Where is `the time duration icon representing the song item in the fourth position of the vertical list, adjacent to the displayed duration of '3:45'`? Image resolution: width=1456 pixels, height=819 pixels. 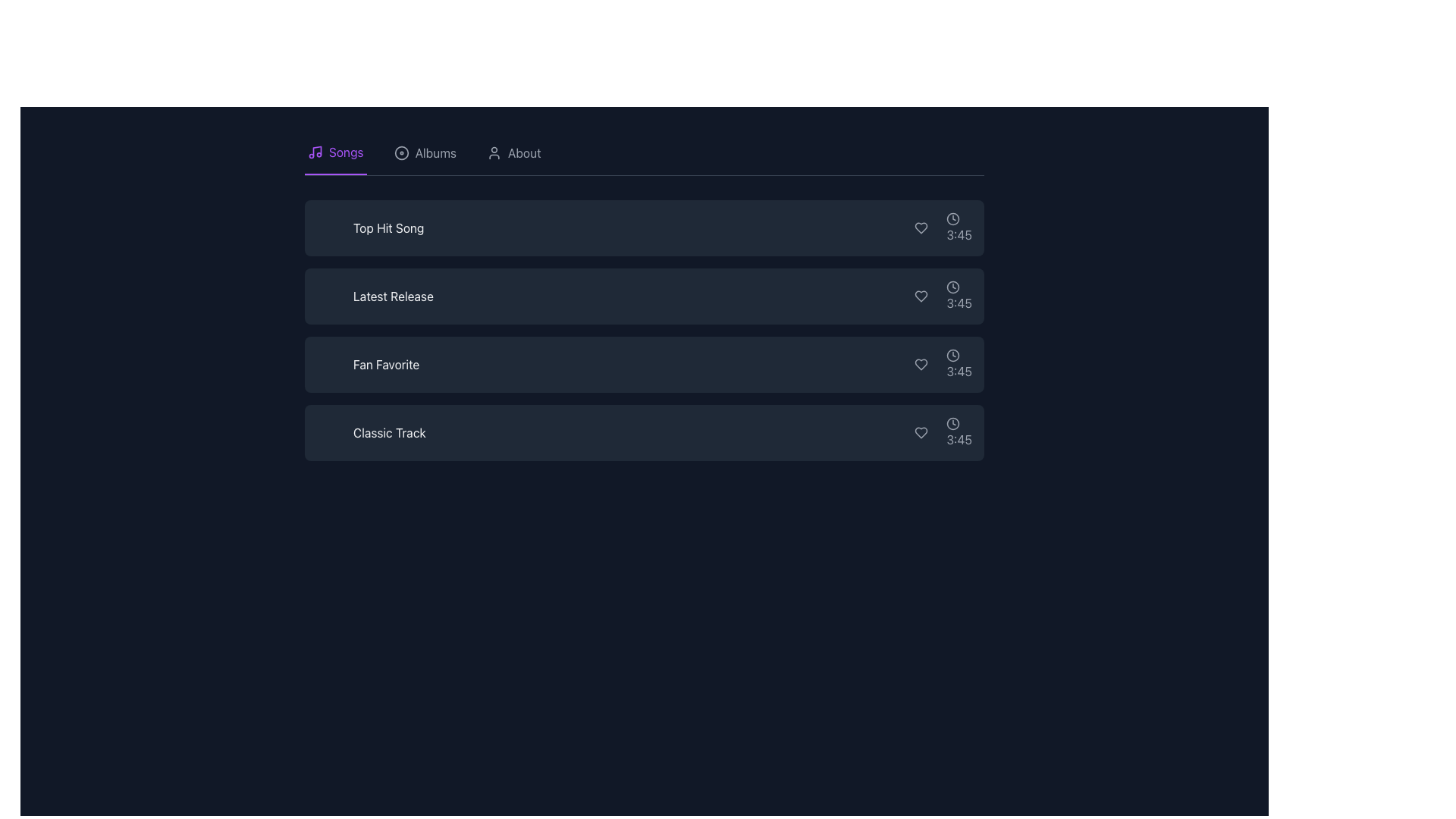 the time duration icon representing the song item in the fourth position of the vertical list, adjacent to the displayed duration of '3:45' is located at coordinates (952, 287).